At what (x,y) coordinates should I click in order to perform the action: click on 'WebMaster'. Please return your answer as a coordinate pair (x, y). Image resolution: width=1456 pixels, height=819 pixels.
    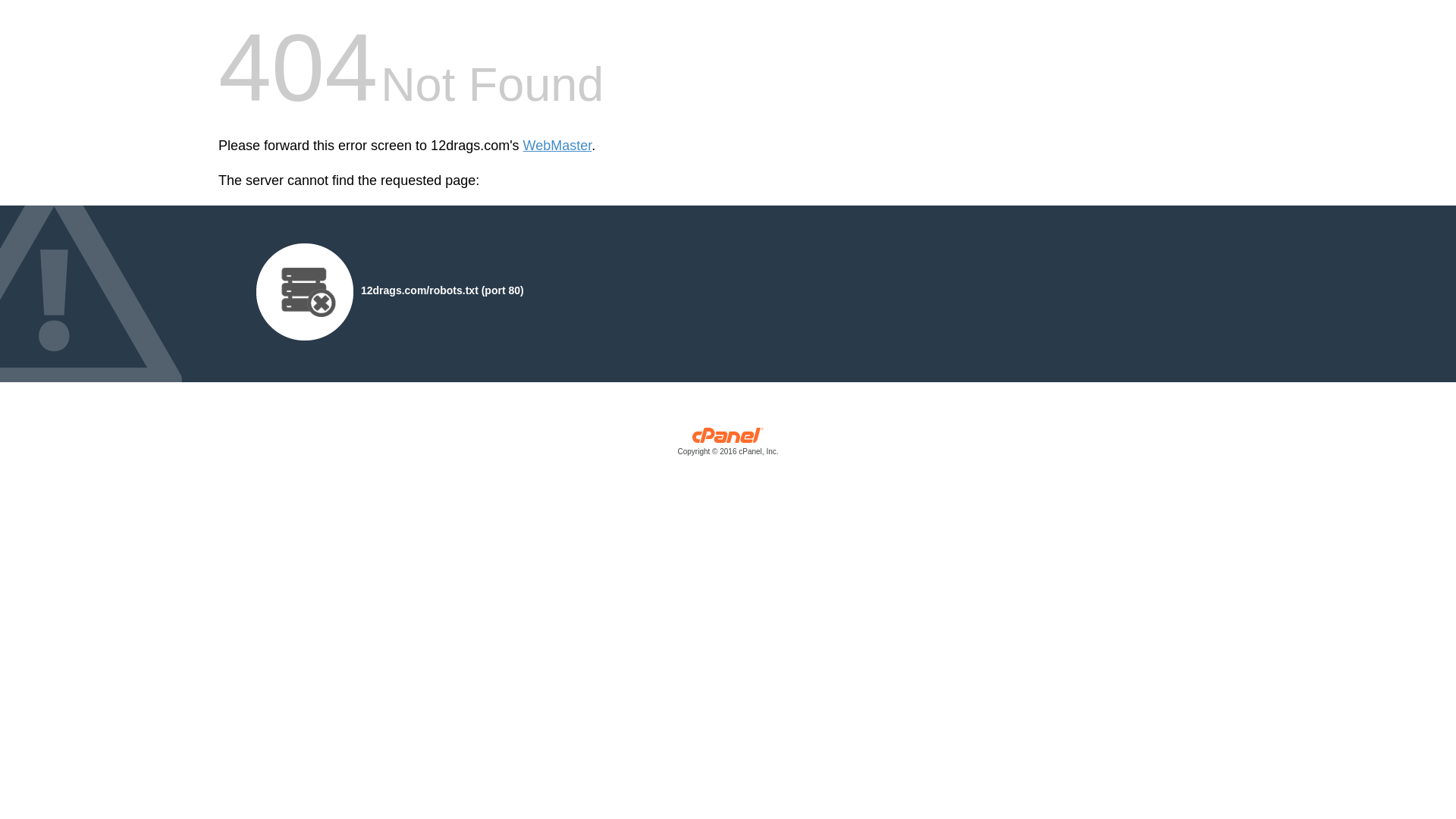
    Looking at the image, I should click on (557, 146).